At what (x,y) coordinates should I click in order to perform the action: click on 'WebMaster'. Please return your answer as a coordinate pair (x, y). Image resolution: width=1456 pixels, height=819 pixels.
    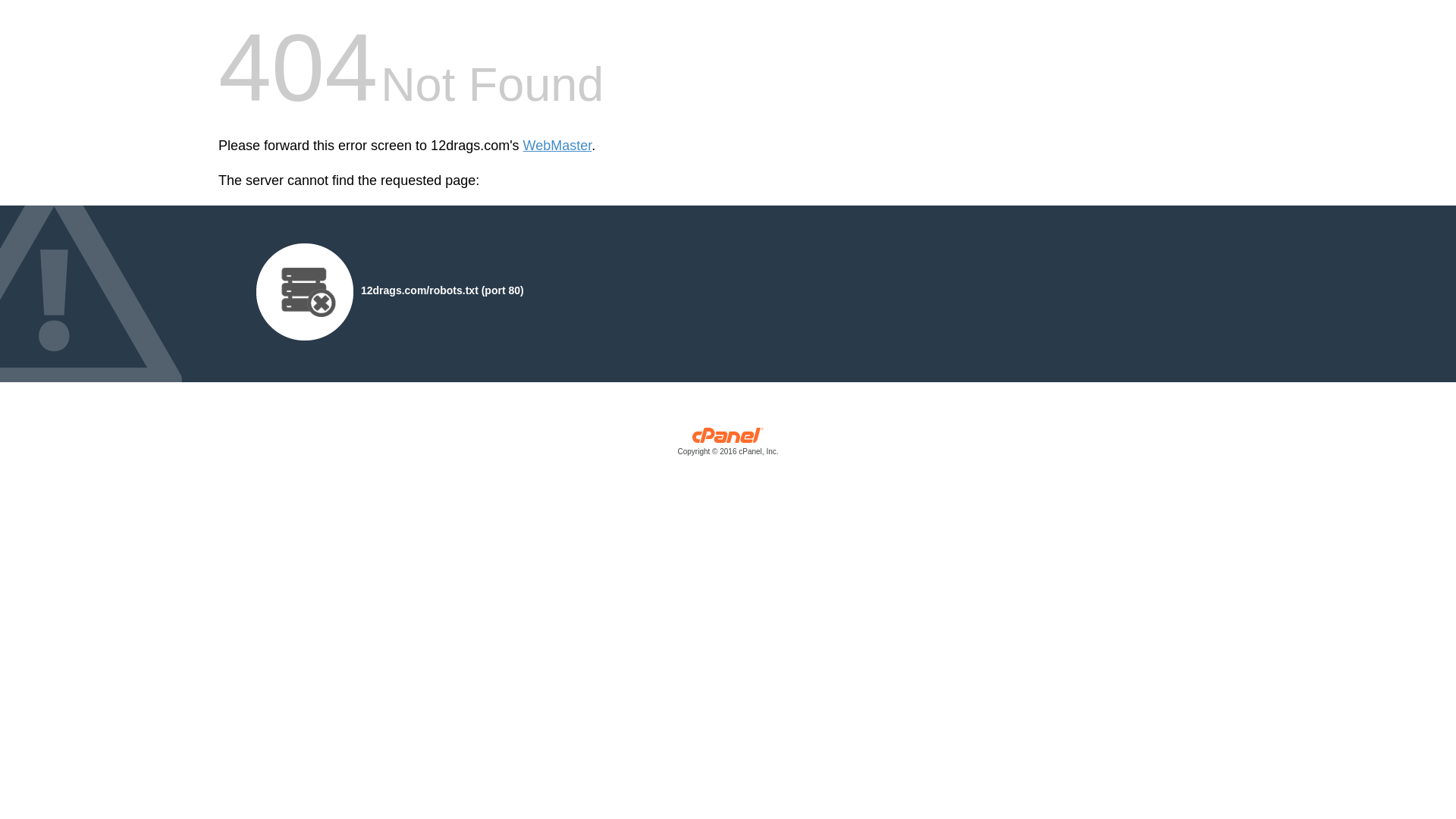
    Looking at the image, I should click on (557, 146).